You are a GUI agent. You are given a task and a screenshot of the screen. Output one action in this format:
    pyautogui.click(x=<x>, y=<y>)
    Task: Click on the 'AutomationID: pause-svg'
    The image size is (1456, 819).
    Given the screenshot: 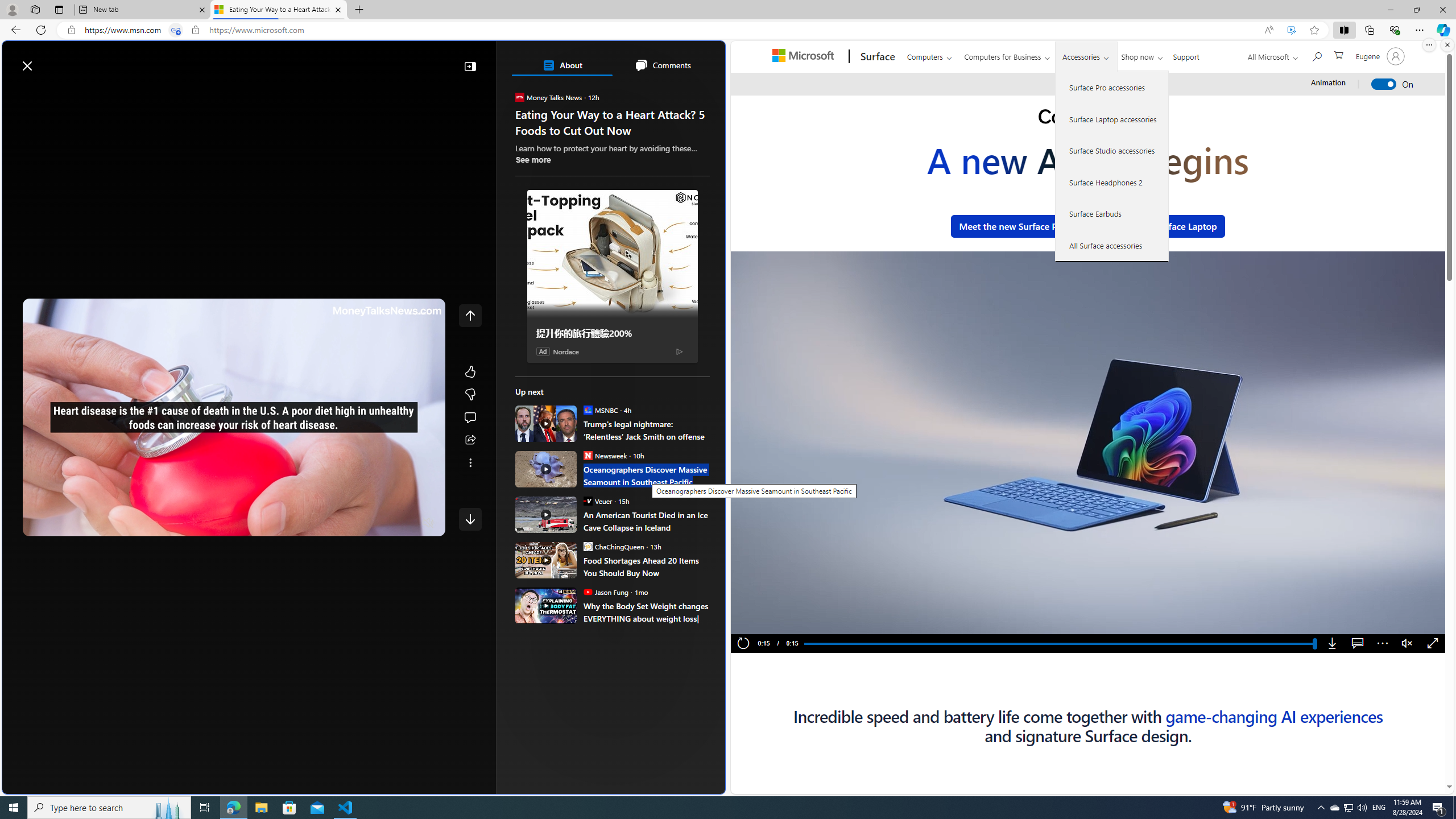 What is the action you would take?
    pyautogui.click(x=763, y=621)
    